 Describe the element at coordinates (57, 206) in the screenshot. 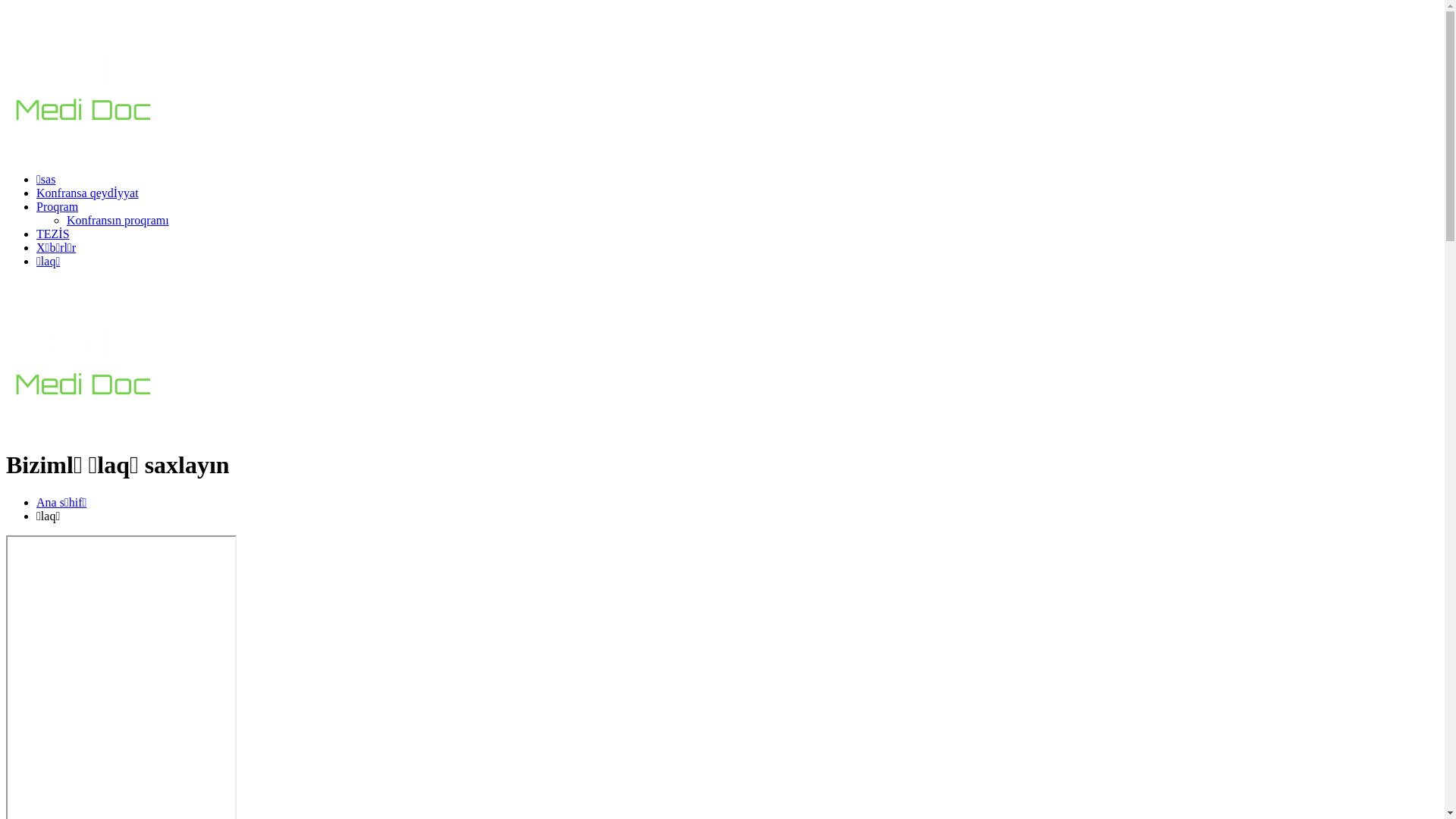

I see `'Proqram'` at that location.